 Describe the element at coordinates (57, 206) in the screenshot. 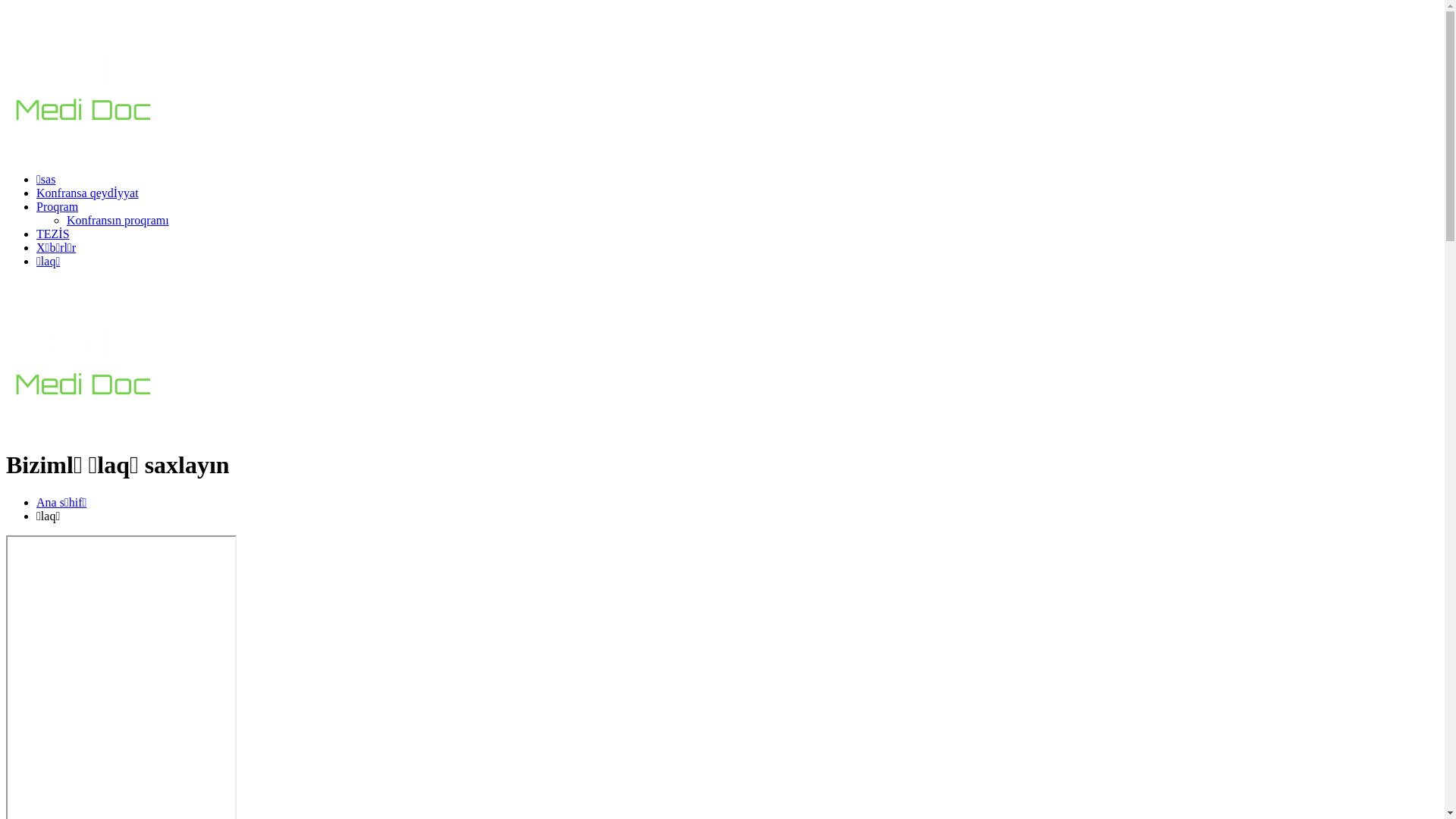

I see `'Proqram'` at that location.